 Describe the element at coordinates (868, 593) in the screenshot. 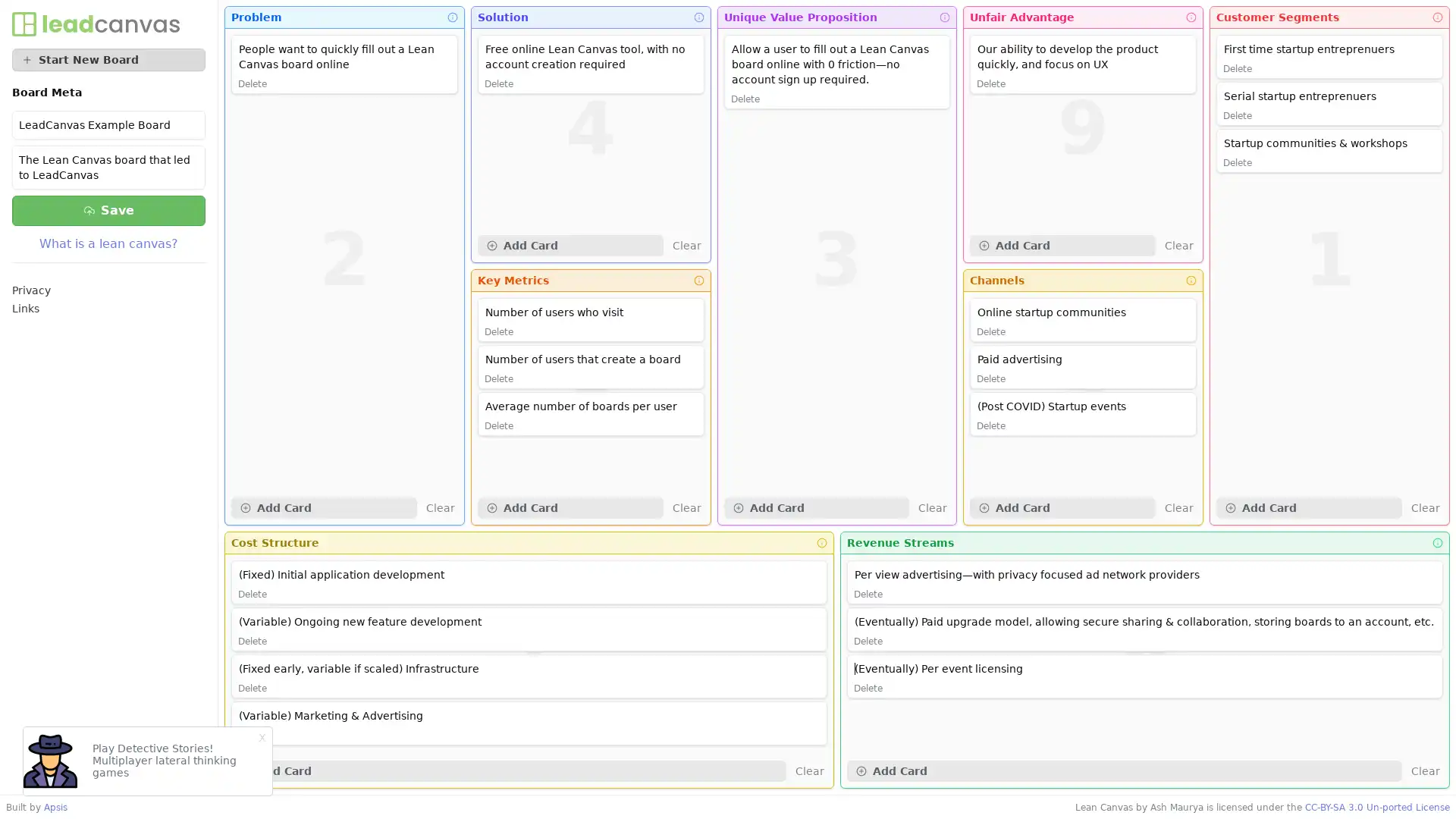

I see `Delete` at that location.